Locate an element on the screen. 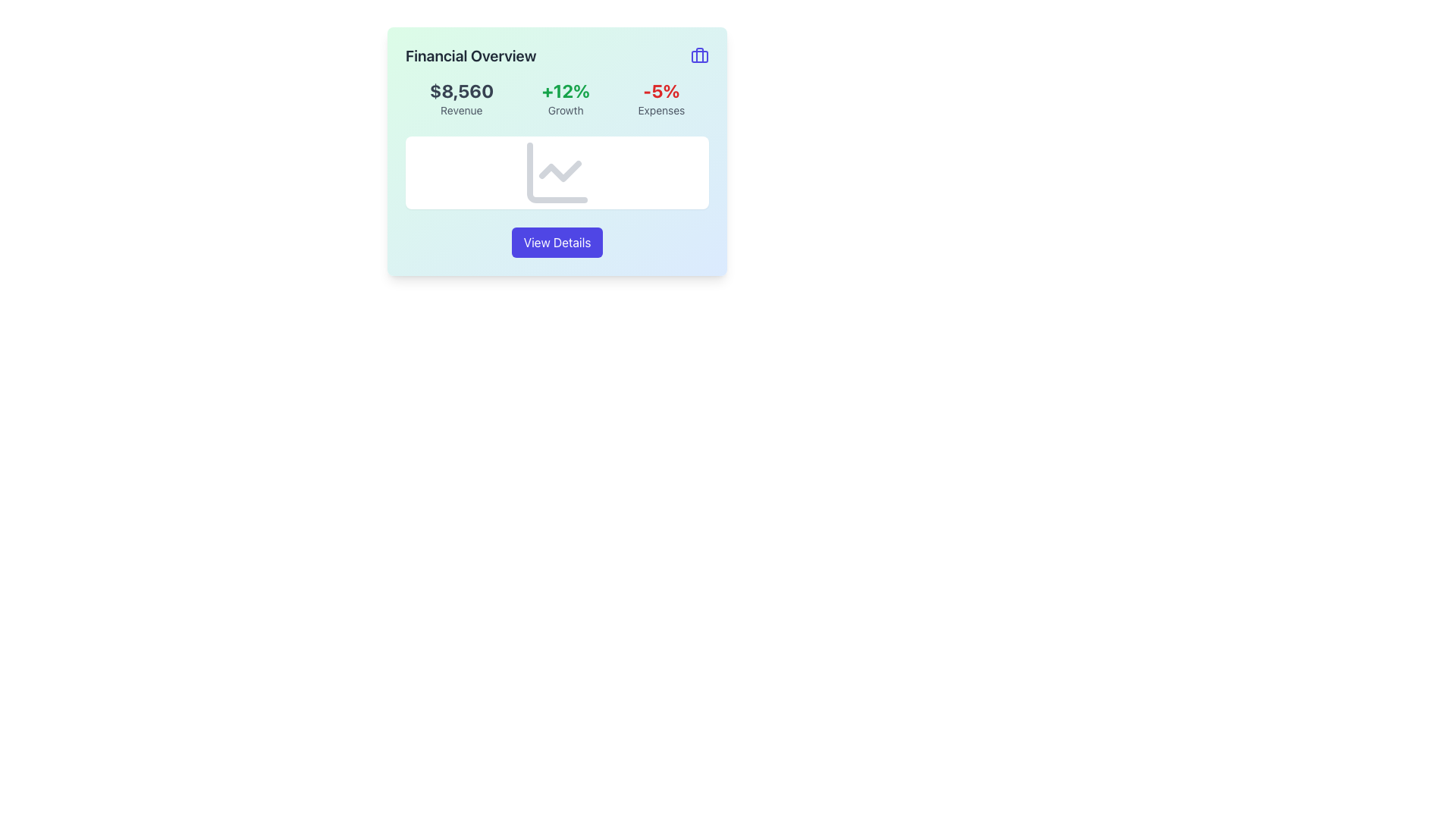  the financial summary stat block displaying total revenue, growth percentage, and expenses percentage, located centrally below the 'Financial Overview' header is located at coordinates (556, 99).